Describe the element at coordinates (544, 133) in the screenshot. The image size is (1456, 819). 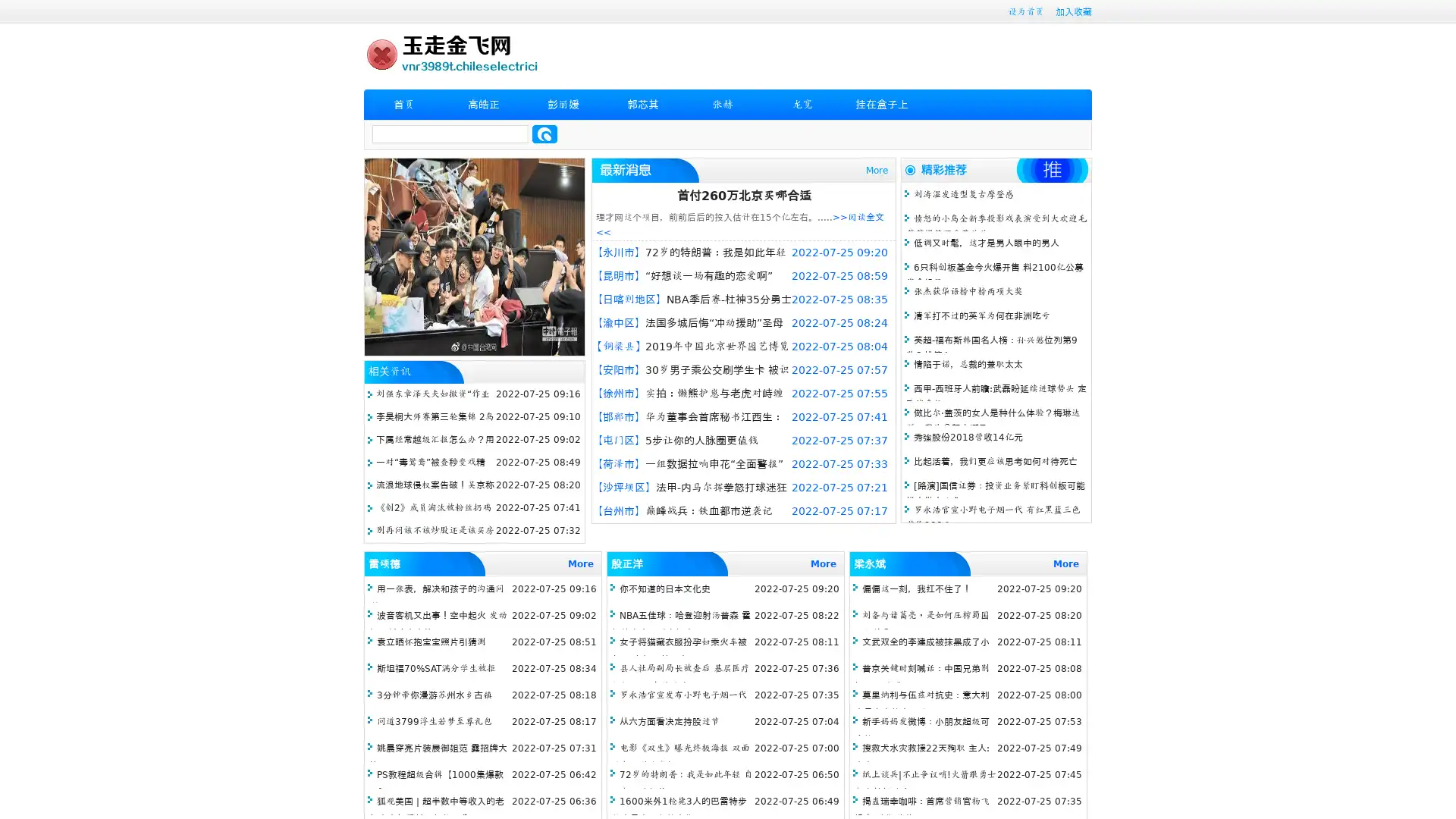
I see `Search` at that location.